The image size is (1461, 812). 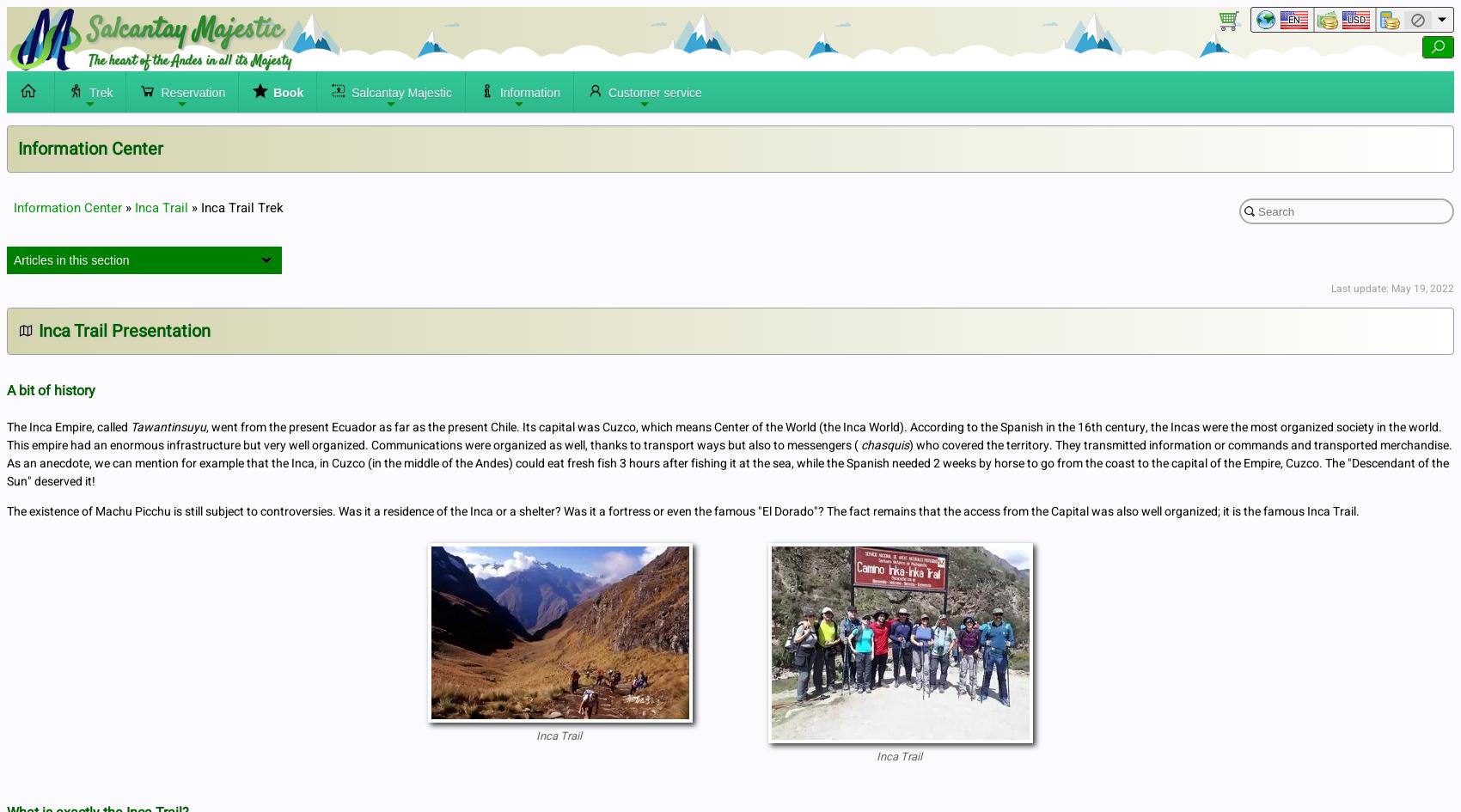 I want to click on 'The heart of the Andes in all its Majesty', so click(x=190, y=60).